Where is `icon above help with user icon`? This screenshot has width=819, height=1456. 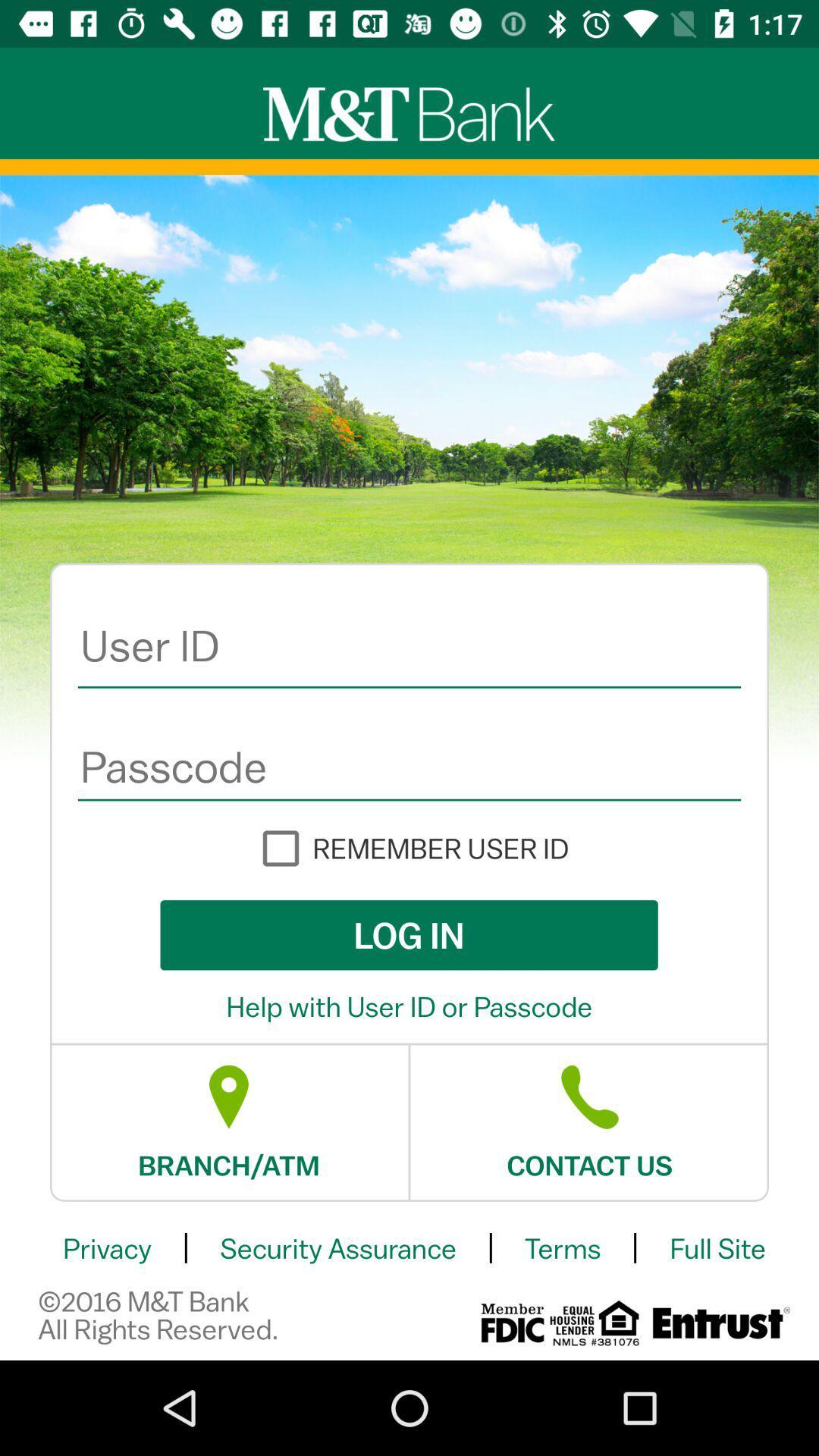
icon above help with user icon is located at coordinates (408, 934).